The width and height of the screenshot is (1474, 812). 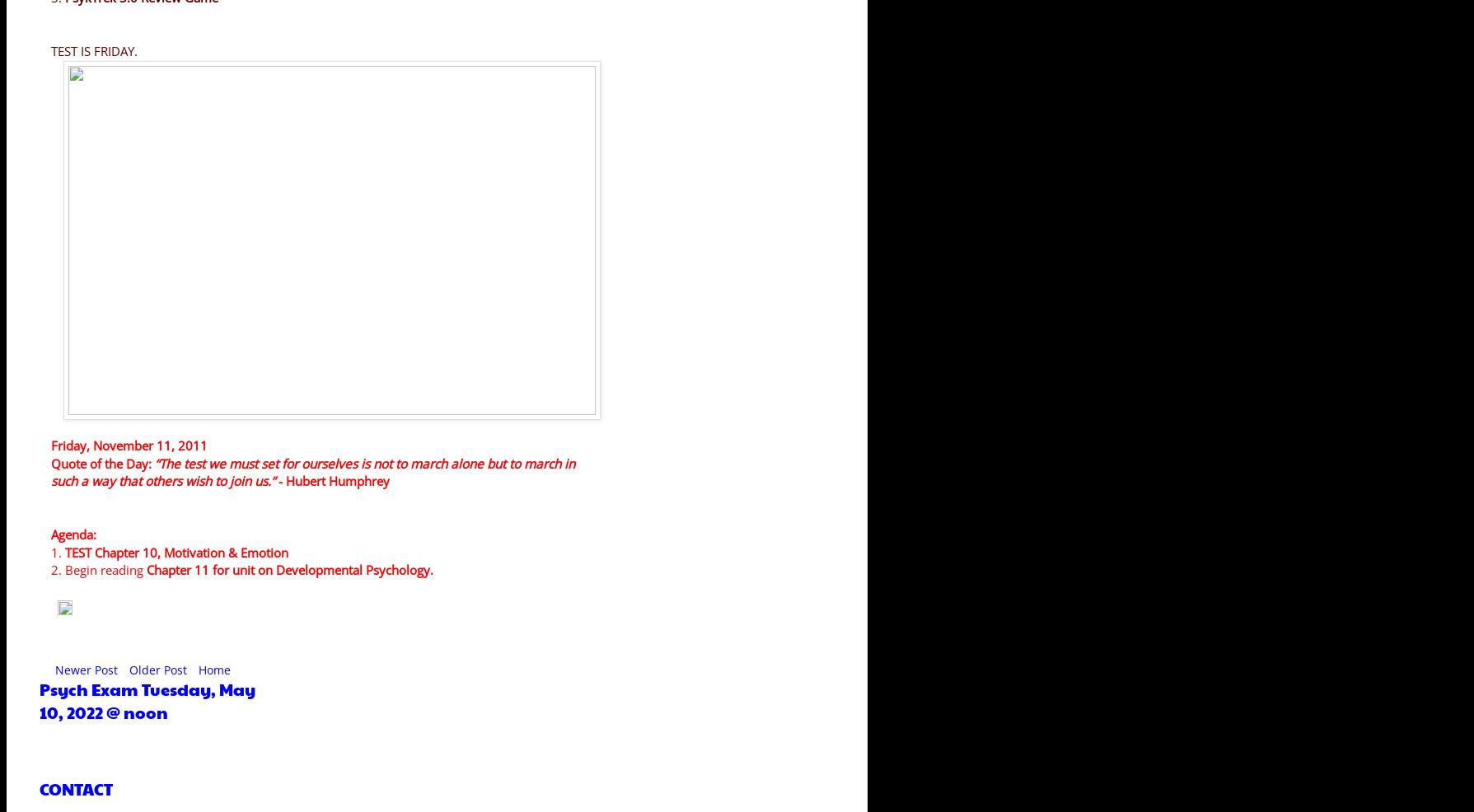 What do you see at coordinates (73, 534) in the screenshot?
I see `'Agenda:'` at bounding box center [73, 534].